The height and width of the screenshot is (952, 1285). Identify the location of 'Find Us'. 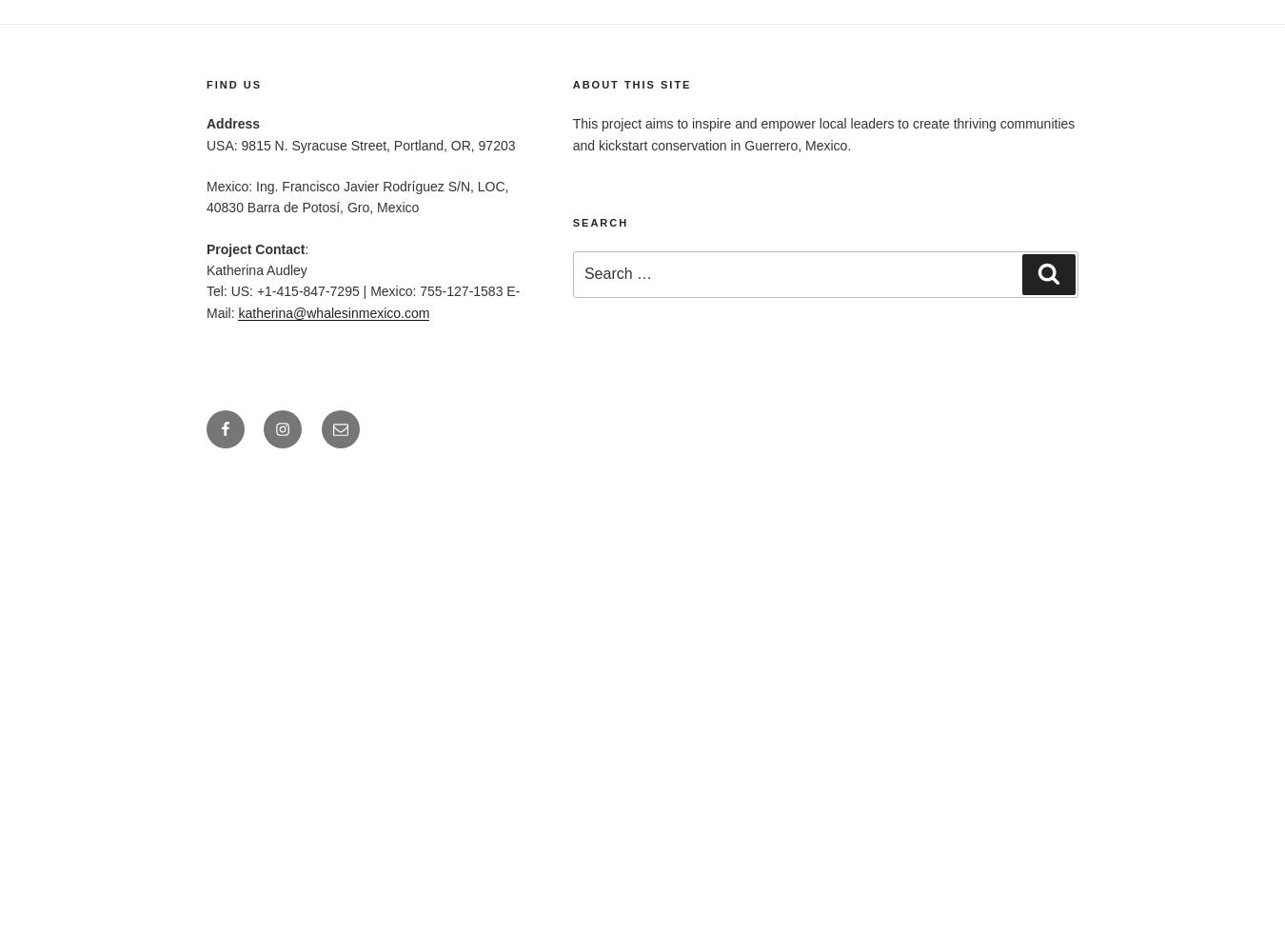
(232, 83).